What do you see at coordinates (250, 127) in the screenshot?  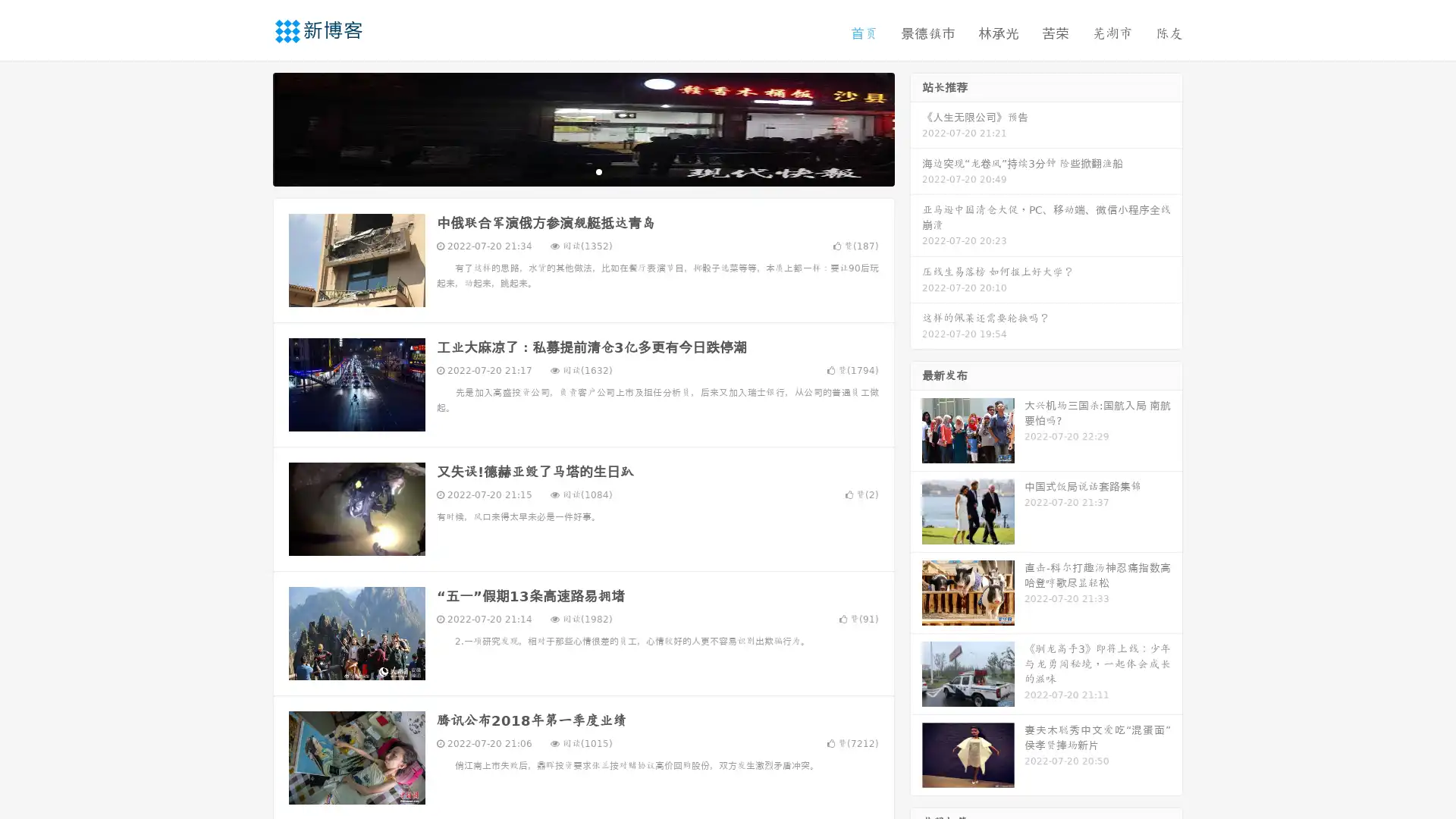 I see `Previous slide` at bounding box center [250, 127].